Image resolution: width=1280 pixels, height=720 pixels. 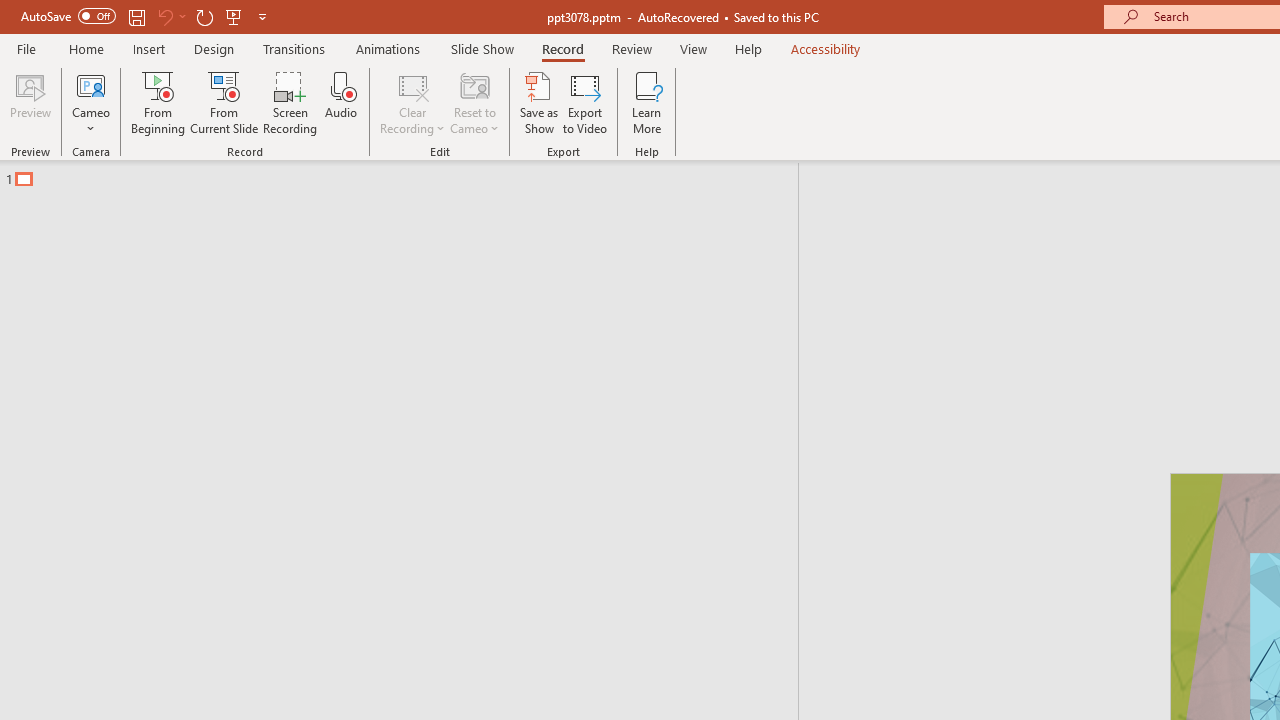 I want to click on 'Reset to Cameo', so click(x=473, y=103).